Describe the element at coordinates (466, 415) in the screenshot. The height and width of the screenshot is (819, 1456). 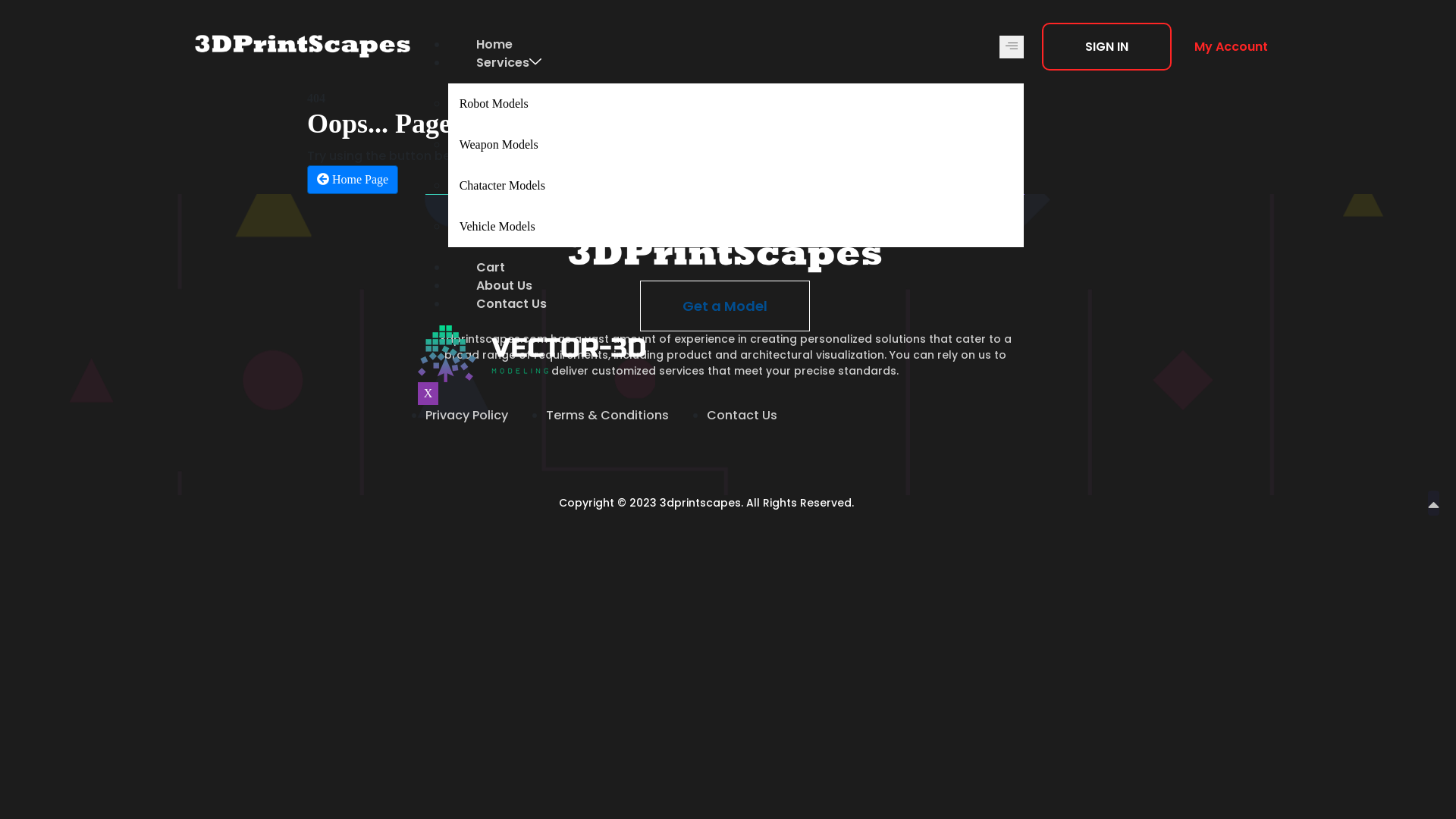
I see `'Privacy Policy'` at that location.